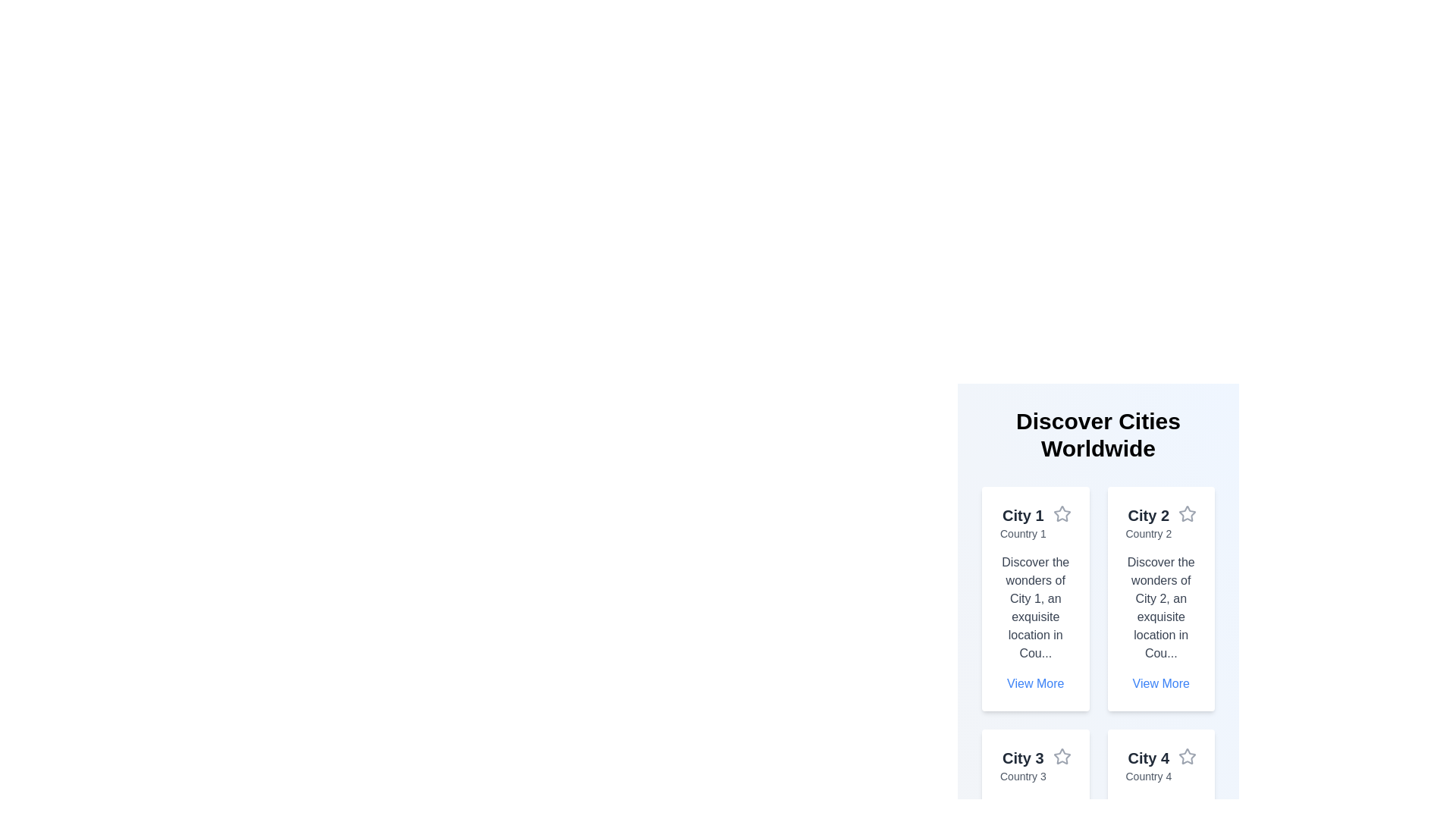 This screenshot has height=819, width=1456. Describe the element at coordinates (1148, 533) in the screenshot. I see `assistive technologies` at that location.